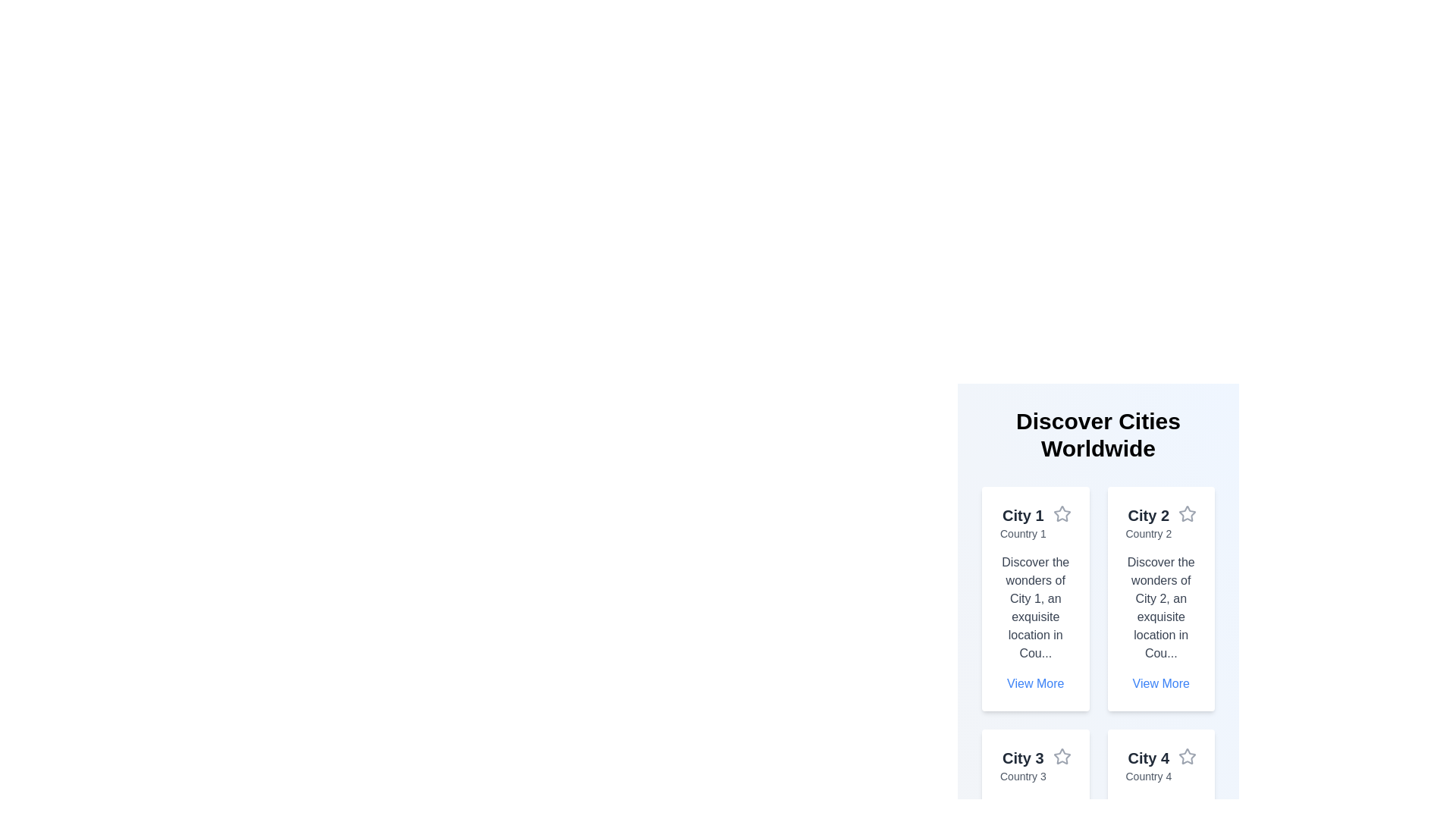 This screenshot has height=819, width=1456. Describe the element at coordinates (1148, 533) in the screenshot. I see `assistive technologies` at that location.